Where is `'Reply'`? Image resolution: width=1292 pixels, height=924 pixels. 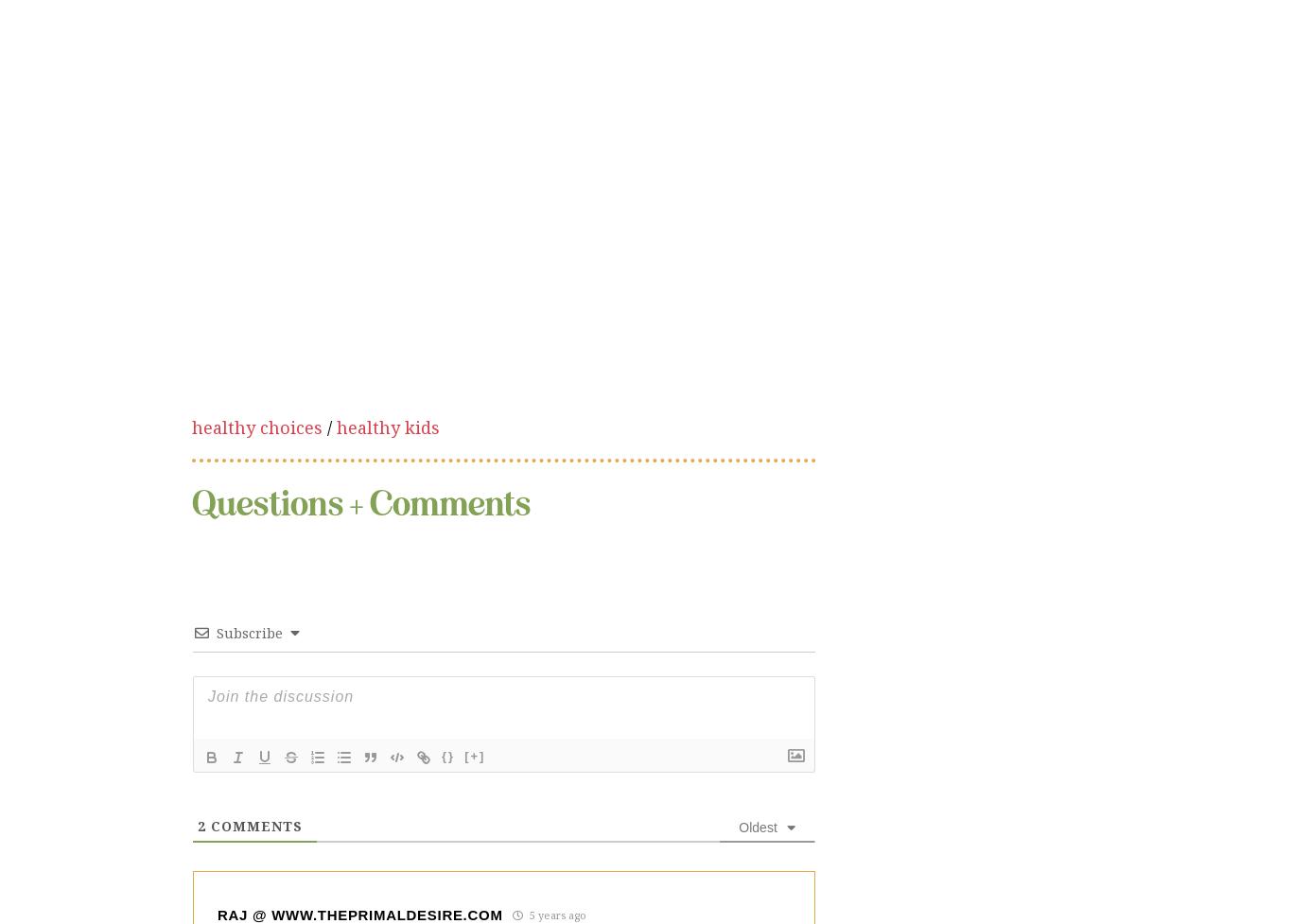
'Reply' is located at coordinates (333, 816).